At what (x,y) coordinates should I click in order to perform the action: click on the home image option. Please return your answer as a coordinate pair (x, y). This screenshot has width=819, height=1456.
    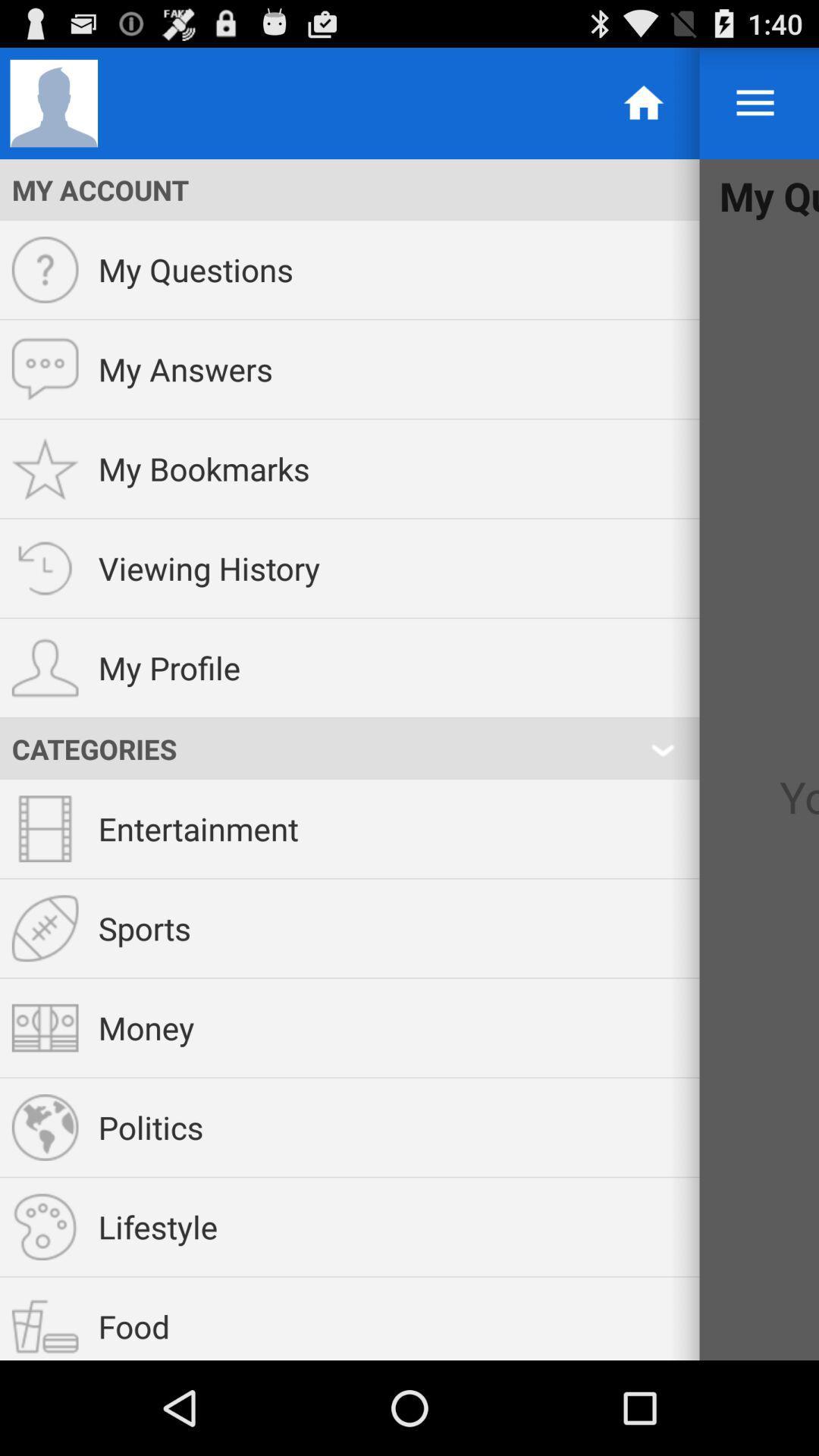
    Looking at the image, I should click on (644, 102).